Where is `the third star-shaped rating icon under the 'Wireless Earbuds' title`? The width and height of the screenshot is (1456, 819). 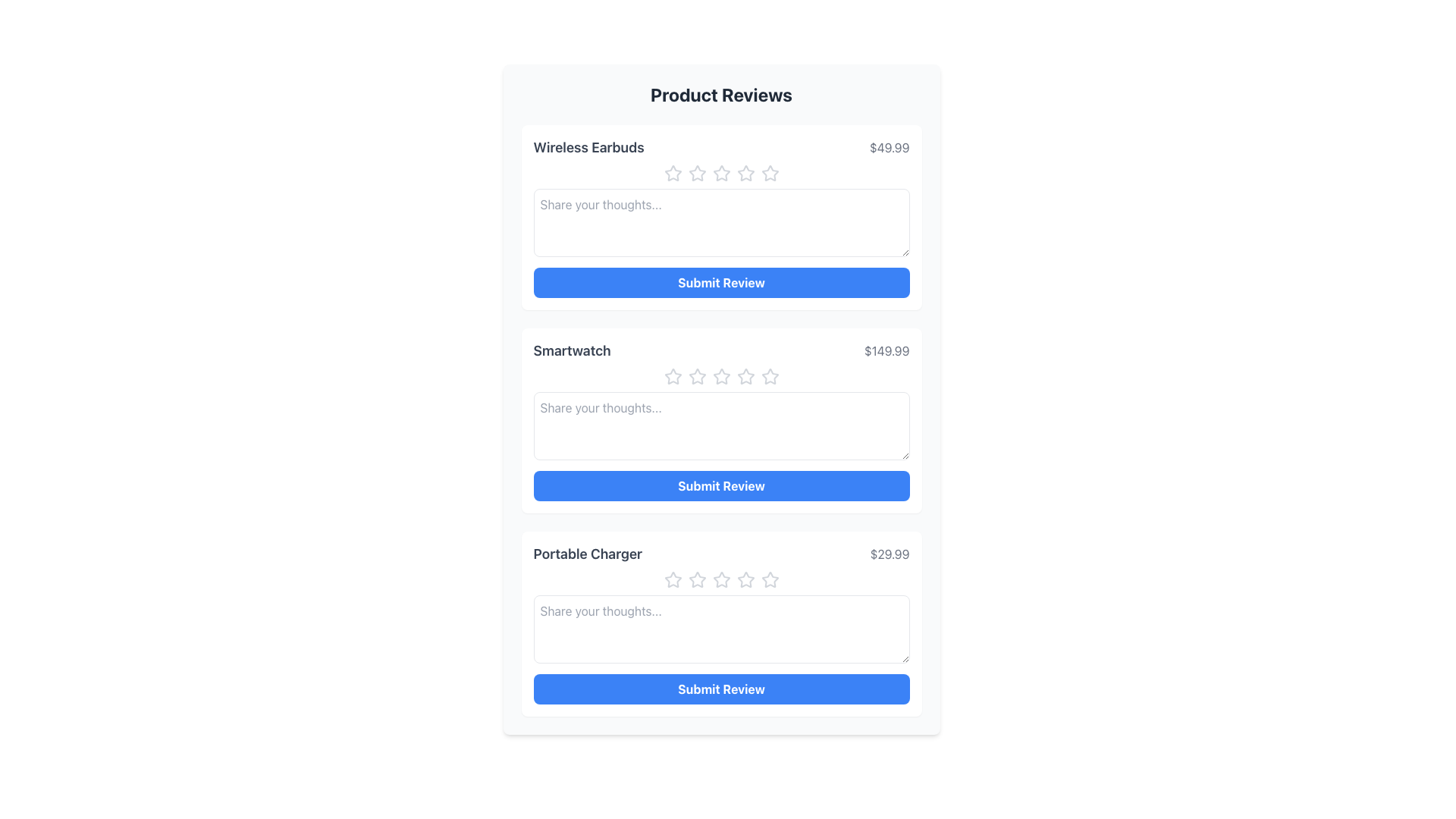
the third star-shaped rating icon under the 'Wireless Earbuds' title is located at coordinates (720, 172).